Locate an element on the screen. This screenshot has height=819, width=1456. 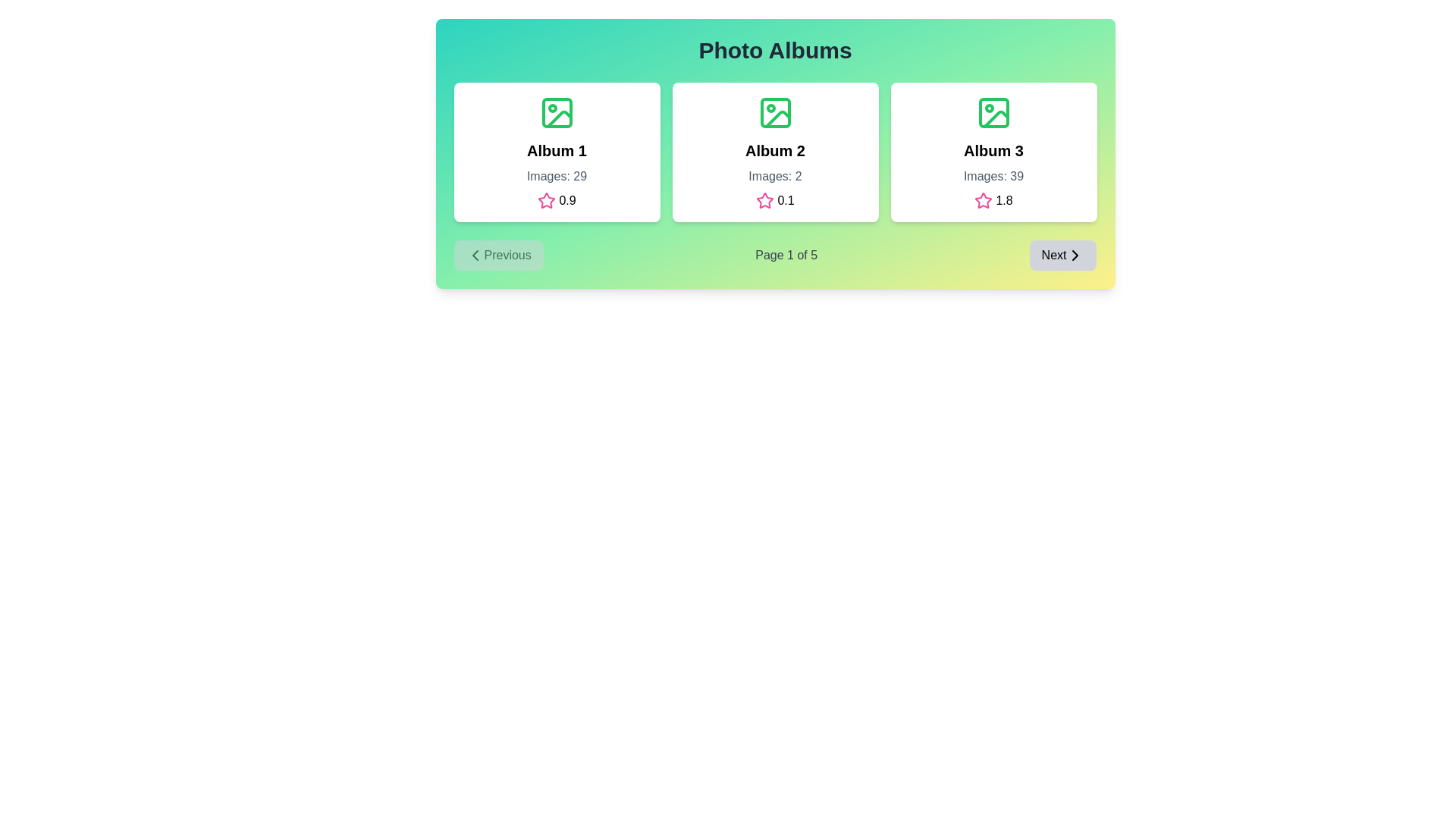
the Text Label displaying the numeric value '0.9' in black text, which is positioned to the right of the pink star icon in the rating display below the 'Album 1' card is located at coordinates (566, 200).